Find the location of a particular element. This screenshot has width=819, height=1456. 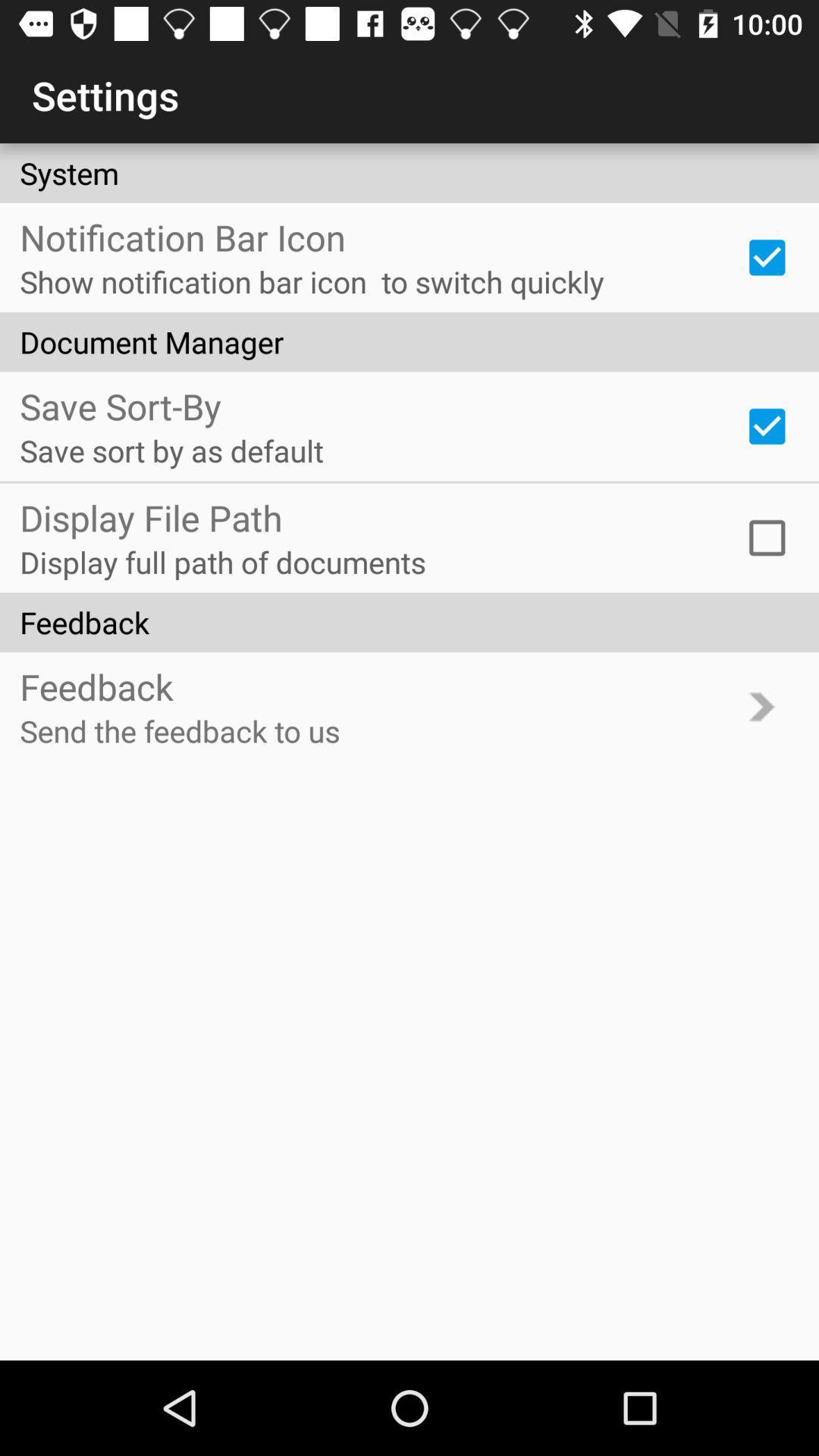

display file path is located at coordinates (767, 538).